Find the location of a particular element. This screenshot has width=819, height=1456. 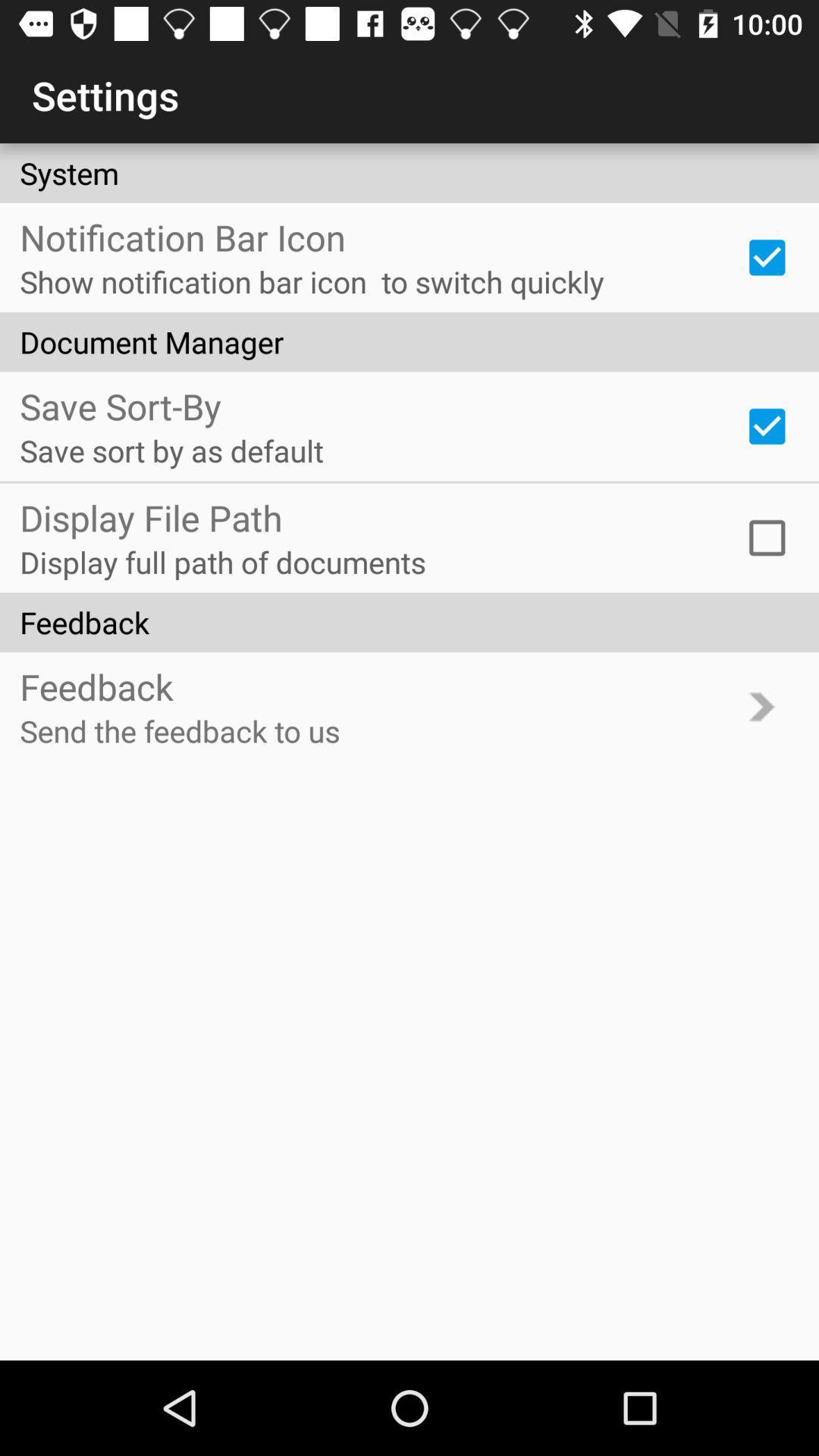

display file path is located at coordinates (767, 538).